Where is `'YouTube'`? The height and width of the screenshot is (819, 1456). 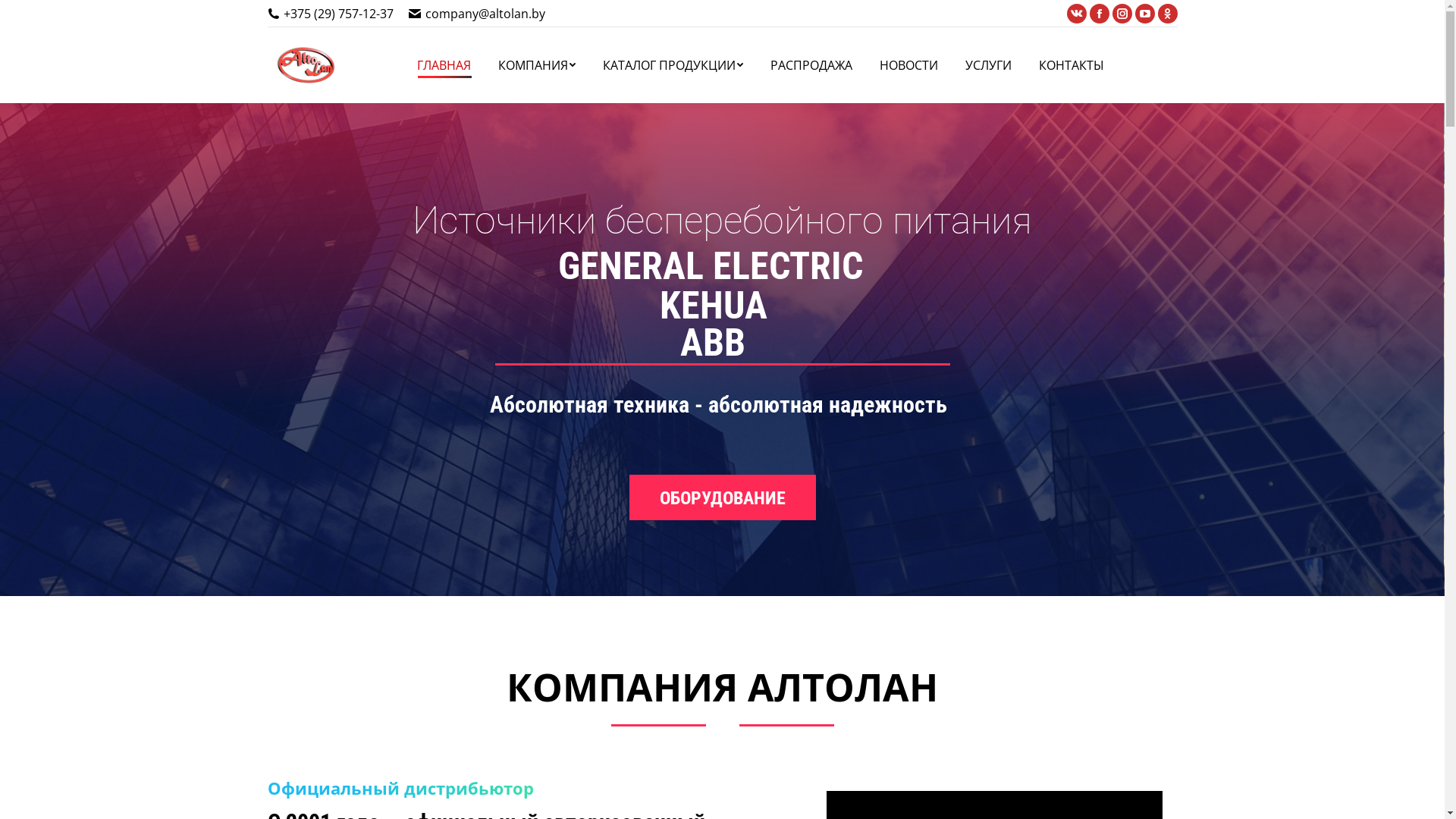
'YouTube' is located at coordinates (1144, 14).